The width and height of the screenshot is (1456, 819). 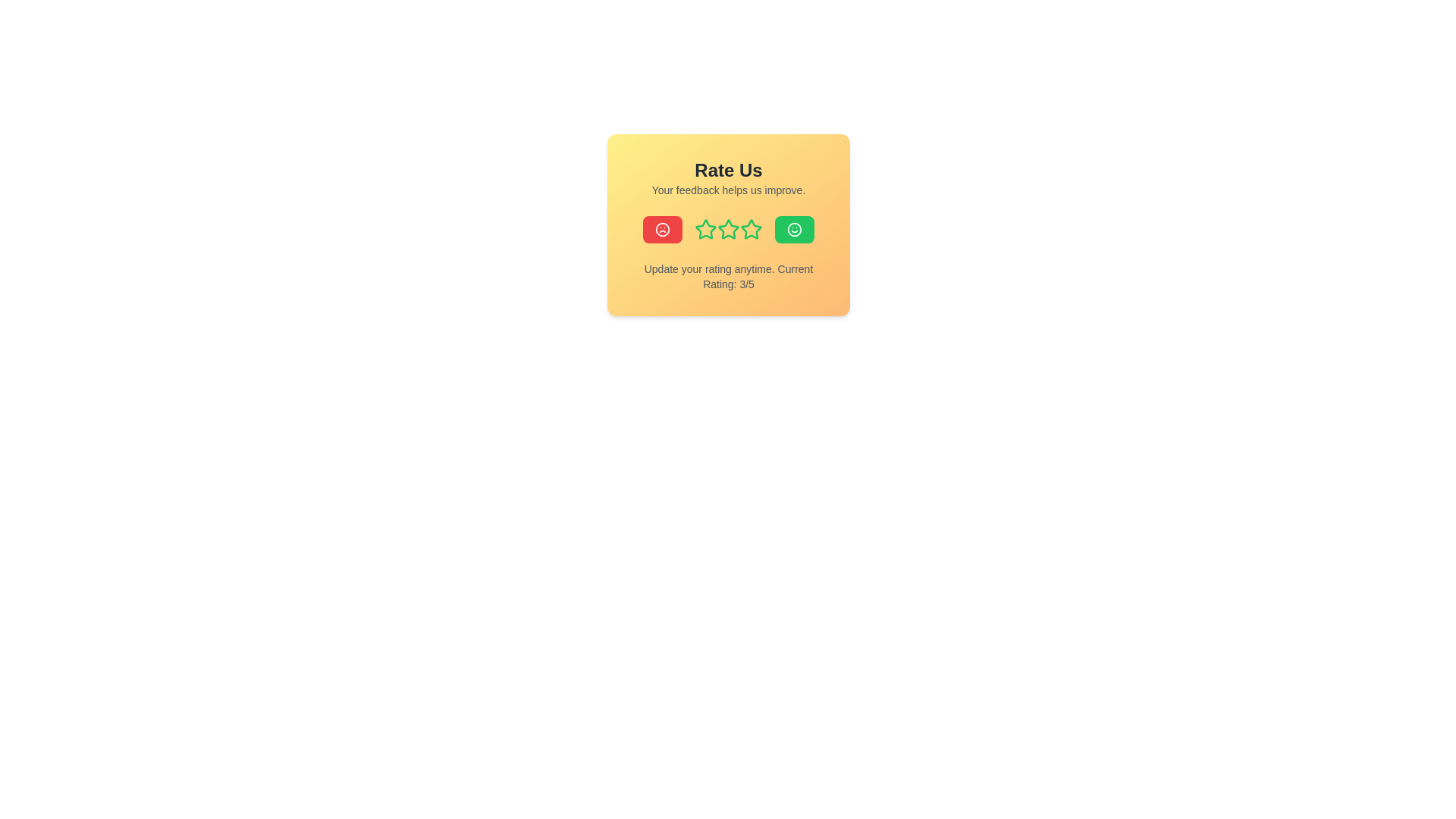 I want to click on the green button with rounded corners and a smiley face icon to observe its hover effect, so click(x=793, y=230).